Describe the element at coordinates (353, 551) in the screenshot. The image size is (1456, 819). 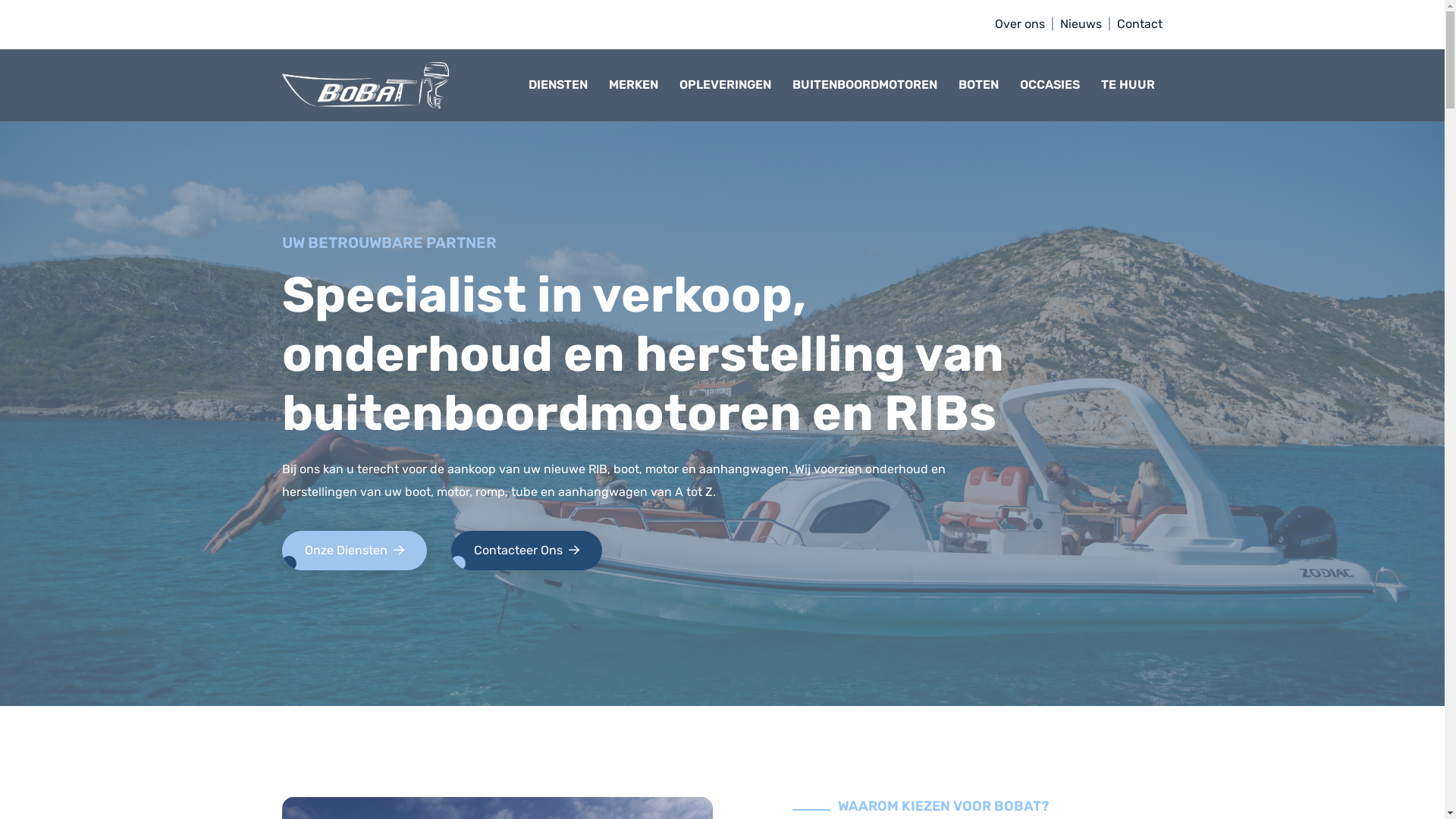
I see `'Onze Diensten'` at that location.